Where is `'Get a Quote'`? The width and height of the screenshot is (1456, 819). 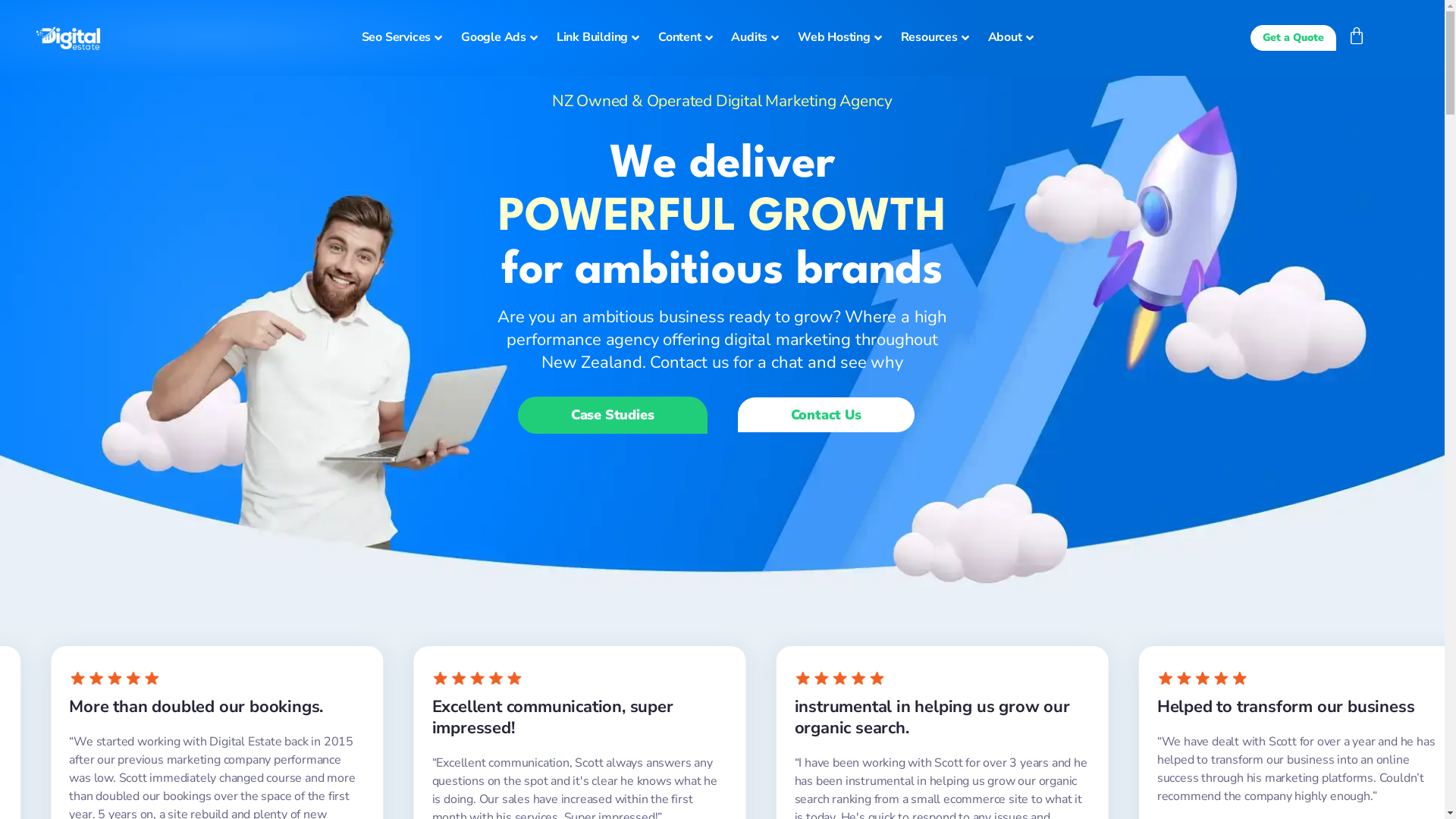 'Get a Quote' is located at coordinates (1292, 37).